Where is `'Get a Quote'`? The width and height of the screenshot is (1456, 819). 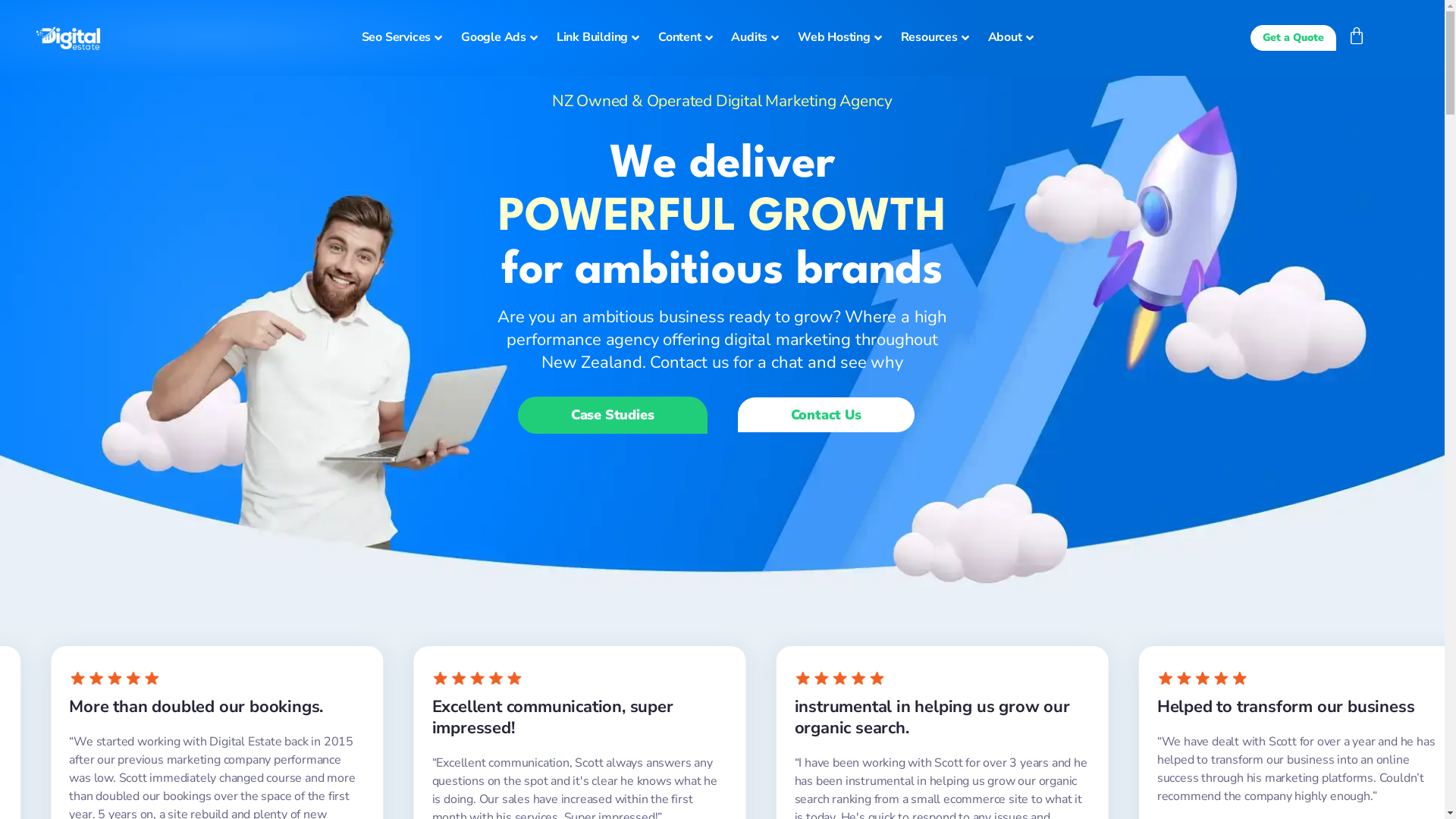 'Get a Quote' is located at coordinates (1292, 37).